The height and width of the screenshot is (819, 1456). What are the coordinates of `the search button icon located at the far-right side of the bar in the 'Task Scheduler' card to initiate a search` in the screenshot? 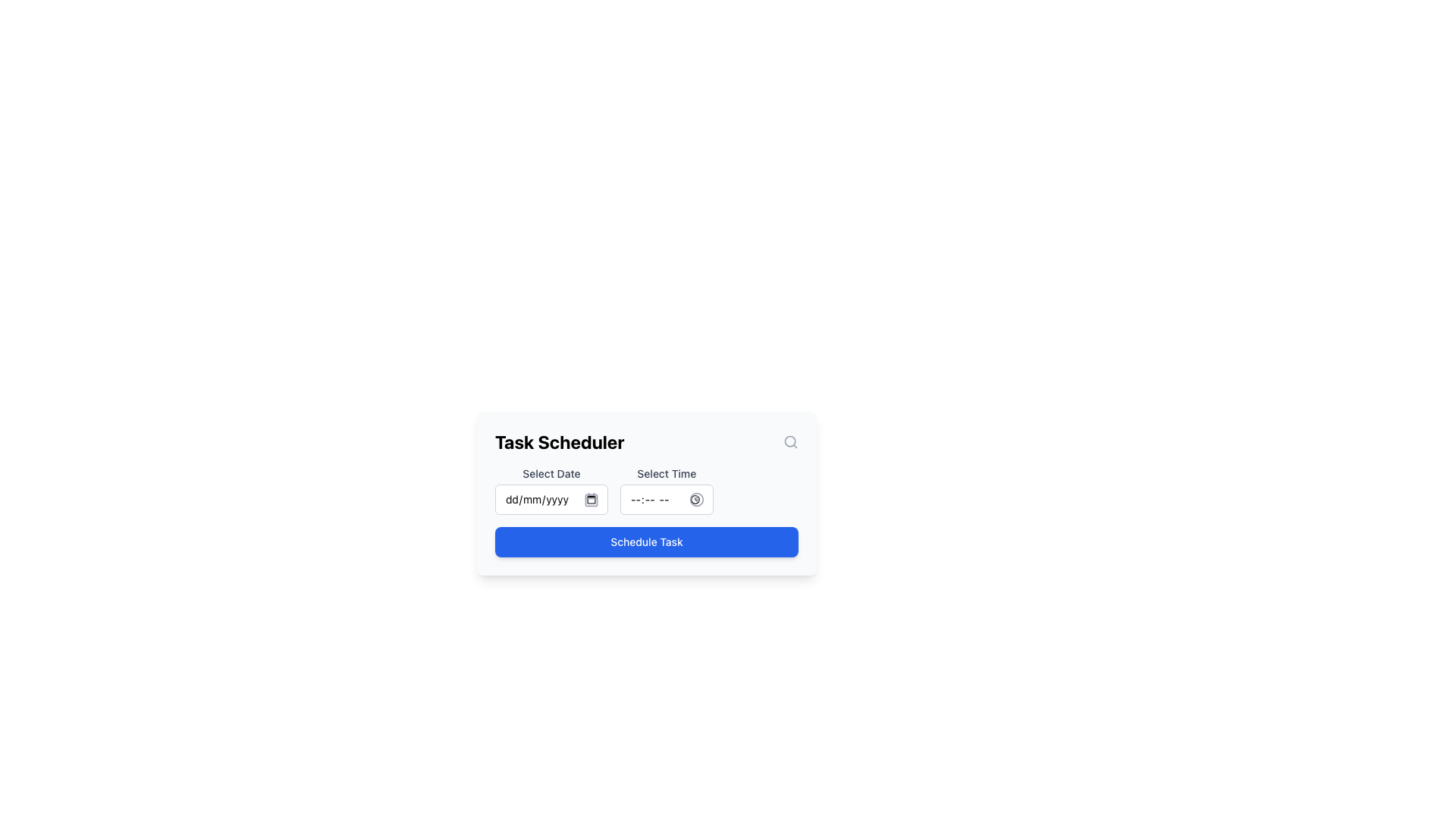 It's located at (789, 441).